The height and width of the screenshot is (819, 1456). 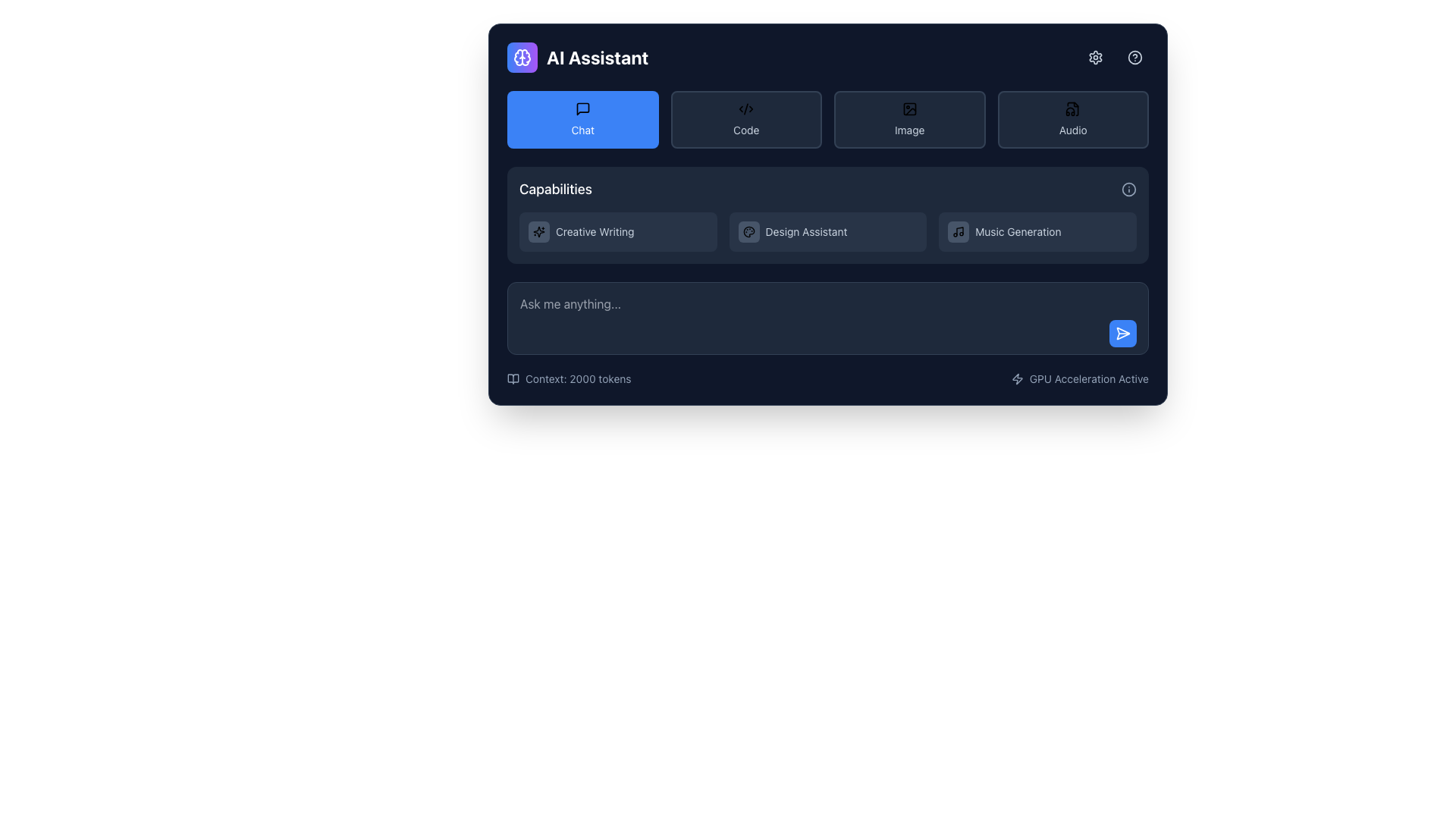 What do you see at coordinates (582, 130) in the screenshot?
I see `properties of the 'Chat' text label found within the blue rounded rectangular button that includes a speech bubble icon` at bounding box center [582, 130].